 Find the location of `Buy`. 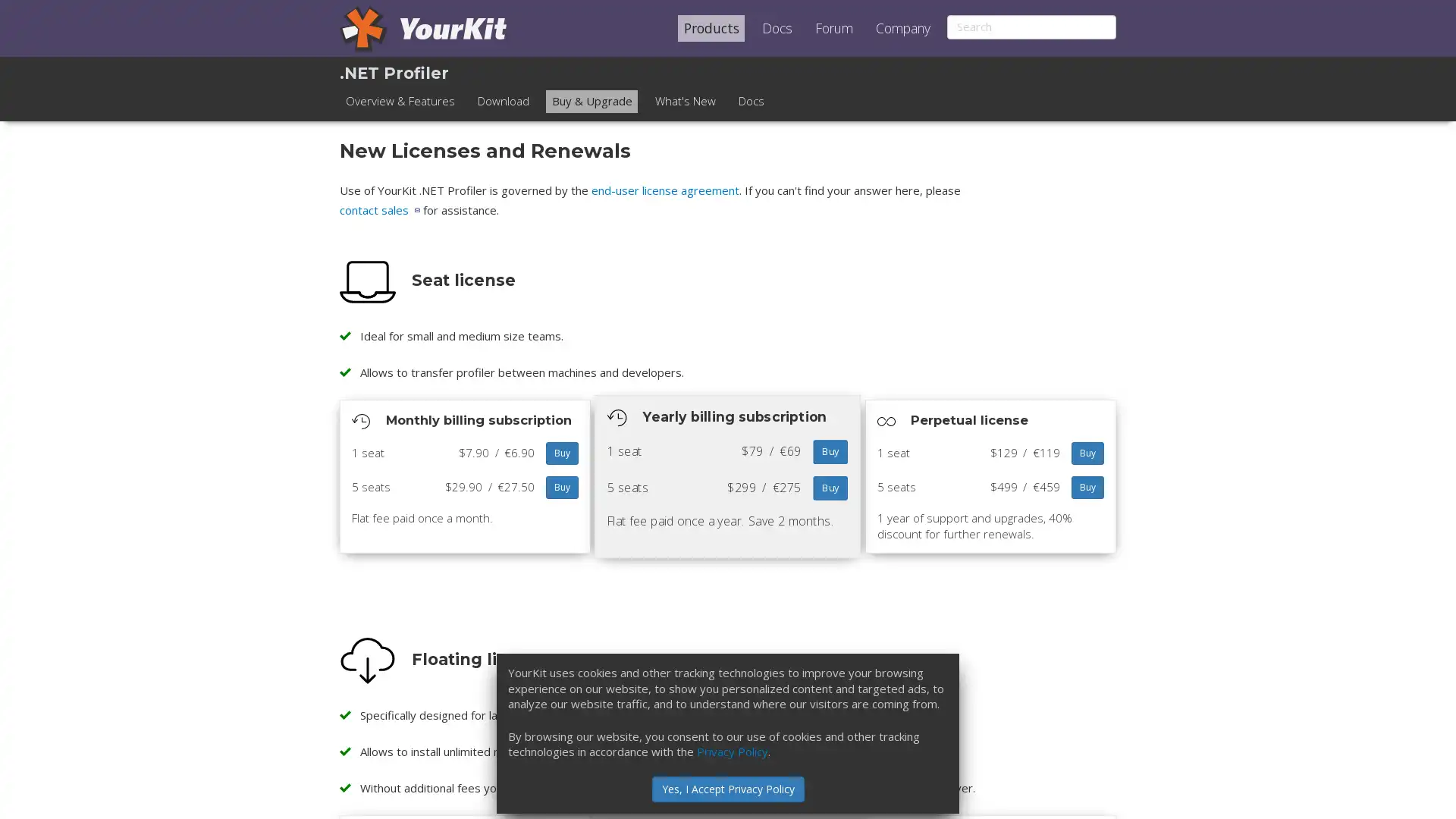

Buy is located at coordinates (561, 488).